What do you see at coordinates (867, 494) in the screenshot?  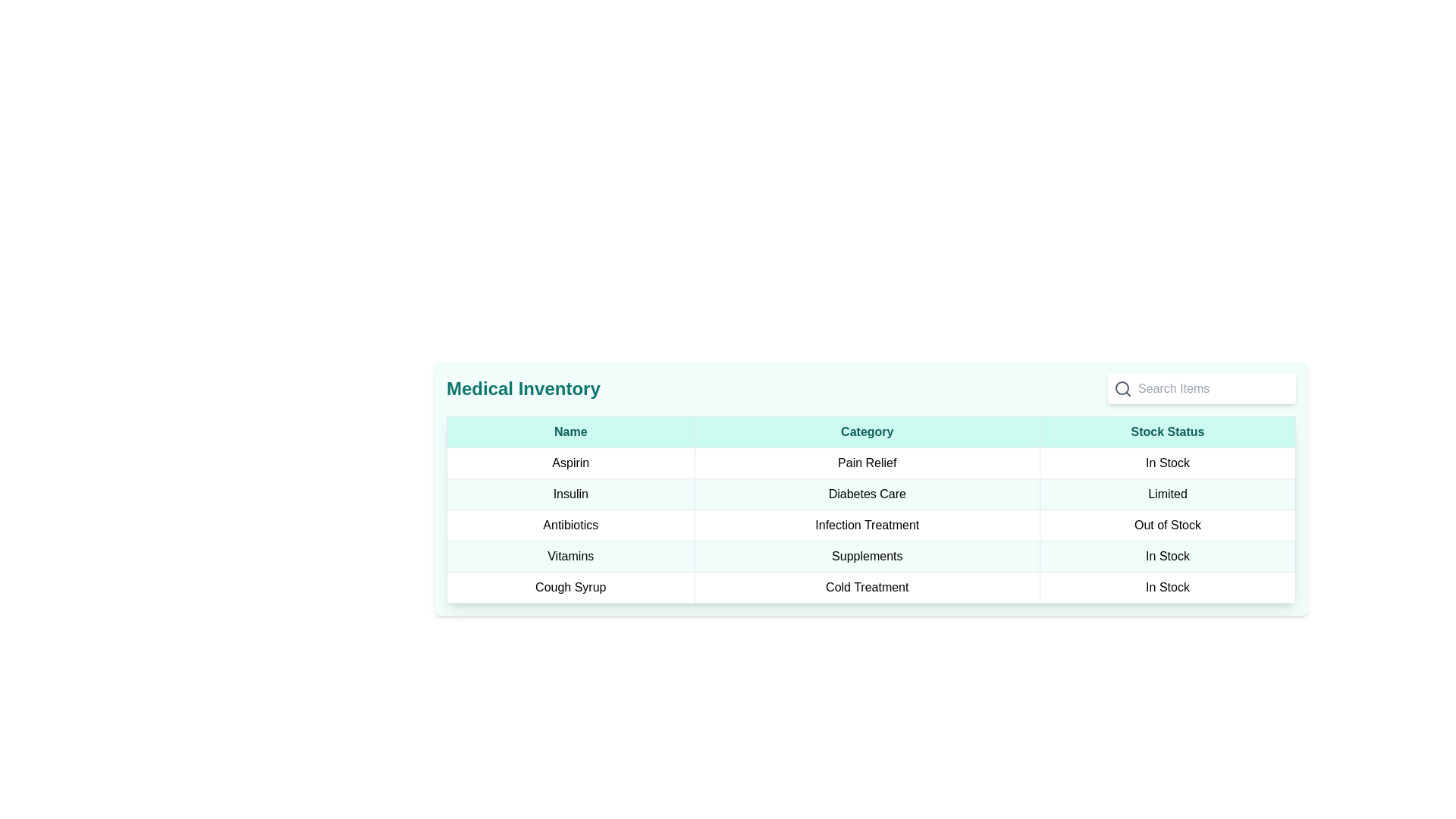 I see `the text label that indicates the category 'Diabetes Care' for the medical inventory item 'Insulin', which is centrally aligned in the 'Category' column of its table row` at bounding box center [867, 494].